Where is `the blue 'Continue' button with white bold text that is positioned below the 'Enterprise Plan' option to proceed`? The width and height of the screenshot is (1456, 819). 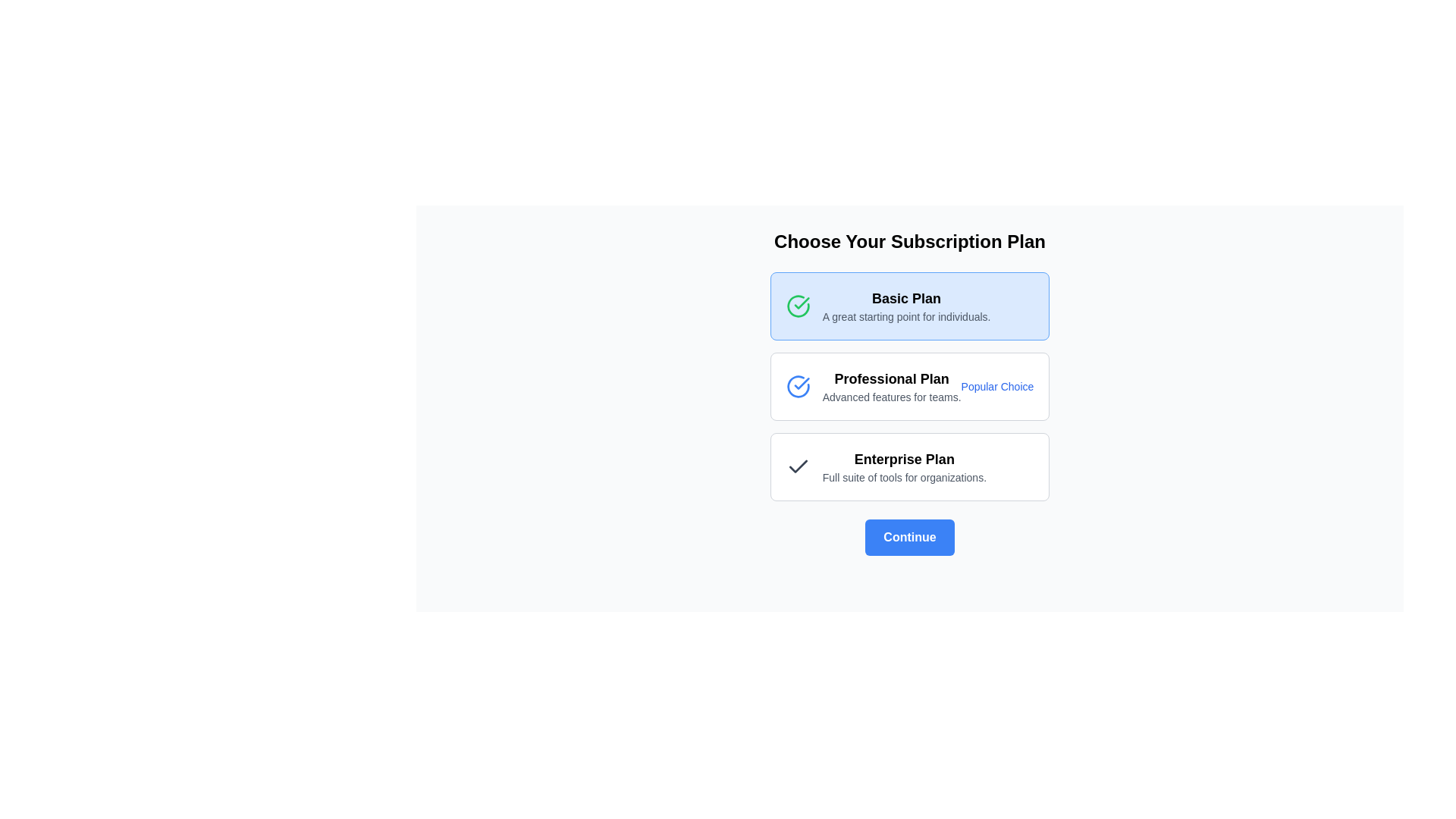 the blue 'Continue' button with white bold text that is positioned below the 'Enterprise Plan' option to proceed is located at coordinates (910, 537).